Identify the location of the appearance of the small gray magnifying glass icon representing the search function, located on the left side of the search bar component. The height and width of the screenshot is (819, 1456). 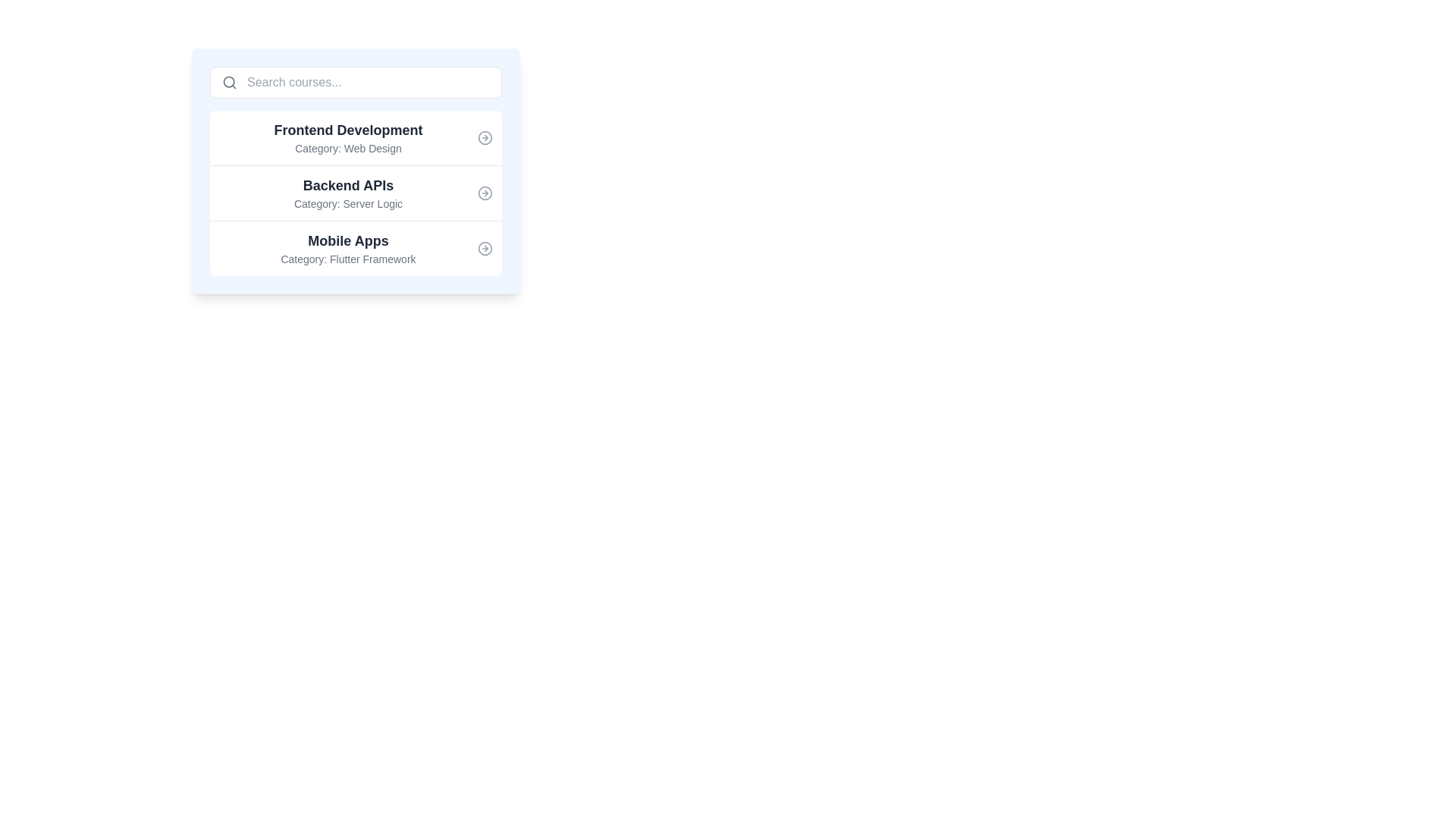
(228, 82).